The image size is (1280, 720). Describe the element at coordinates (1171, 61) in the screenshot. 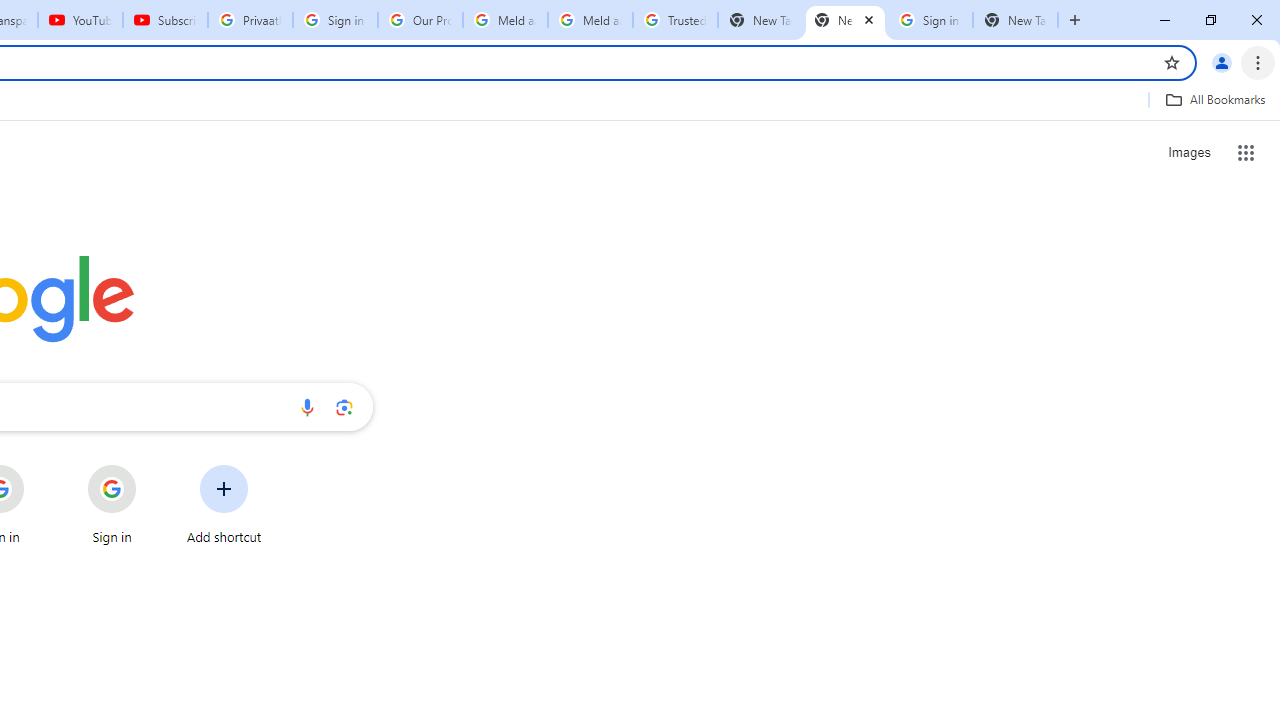

I see `'Bookmark this tab'` at that location.